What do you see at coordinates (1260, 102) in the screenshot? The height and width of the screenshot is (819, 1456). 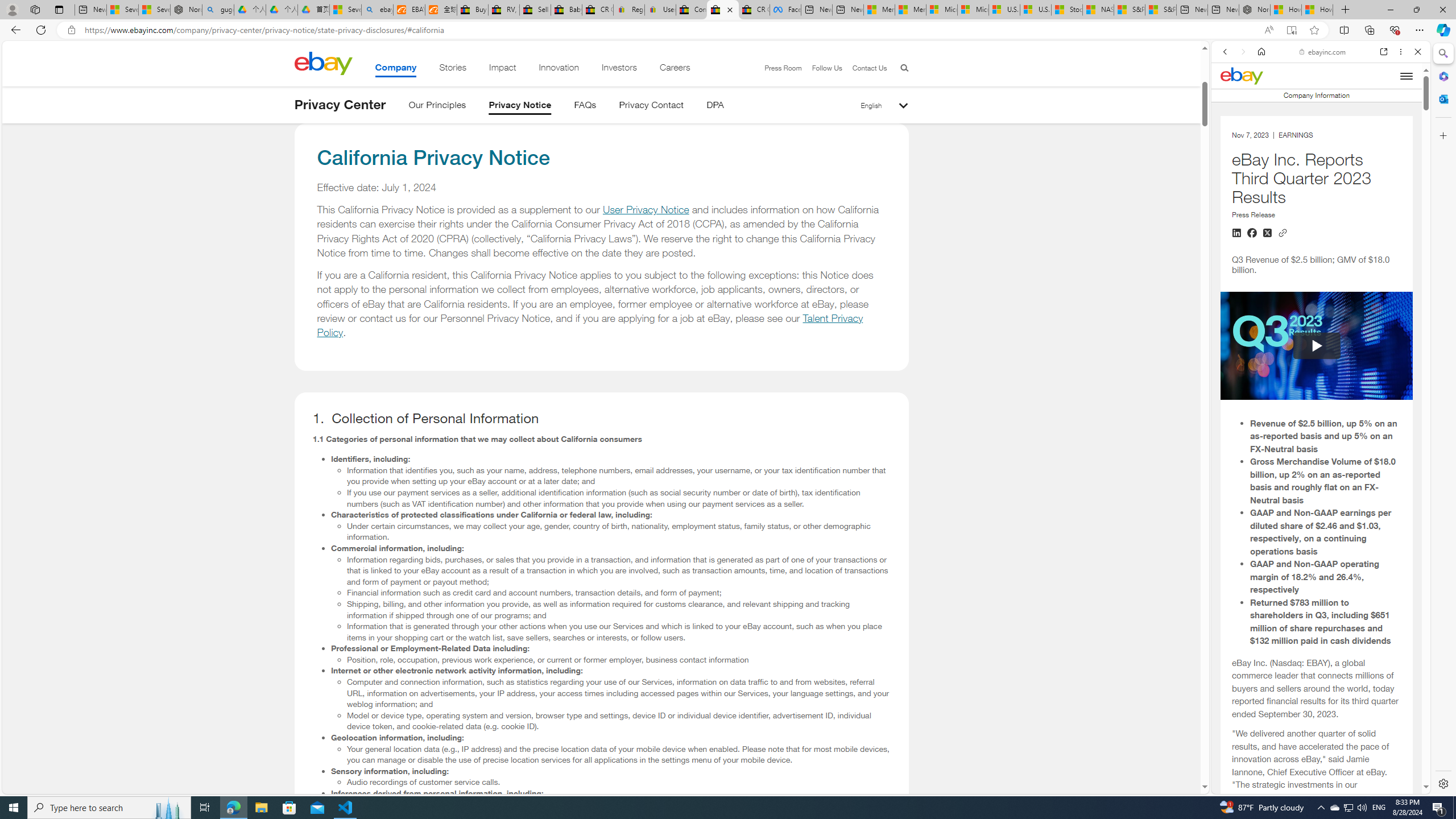 I see `'This site scope'` at bounding box center [1260, 102].